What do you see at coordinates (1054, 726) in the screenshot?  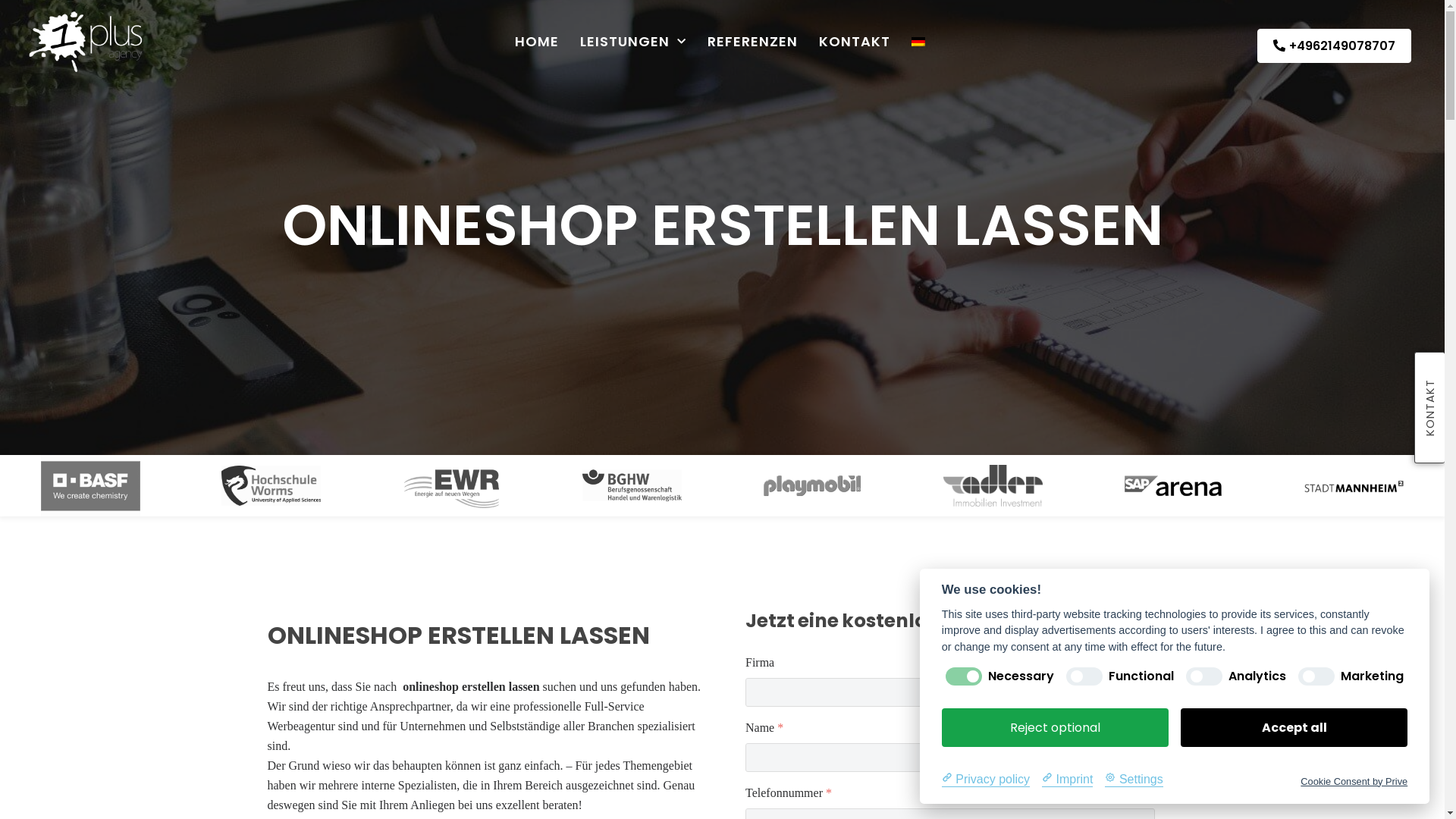 I see `'Reject optional'` at bounding box center [1054, 726].